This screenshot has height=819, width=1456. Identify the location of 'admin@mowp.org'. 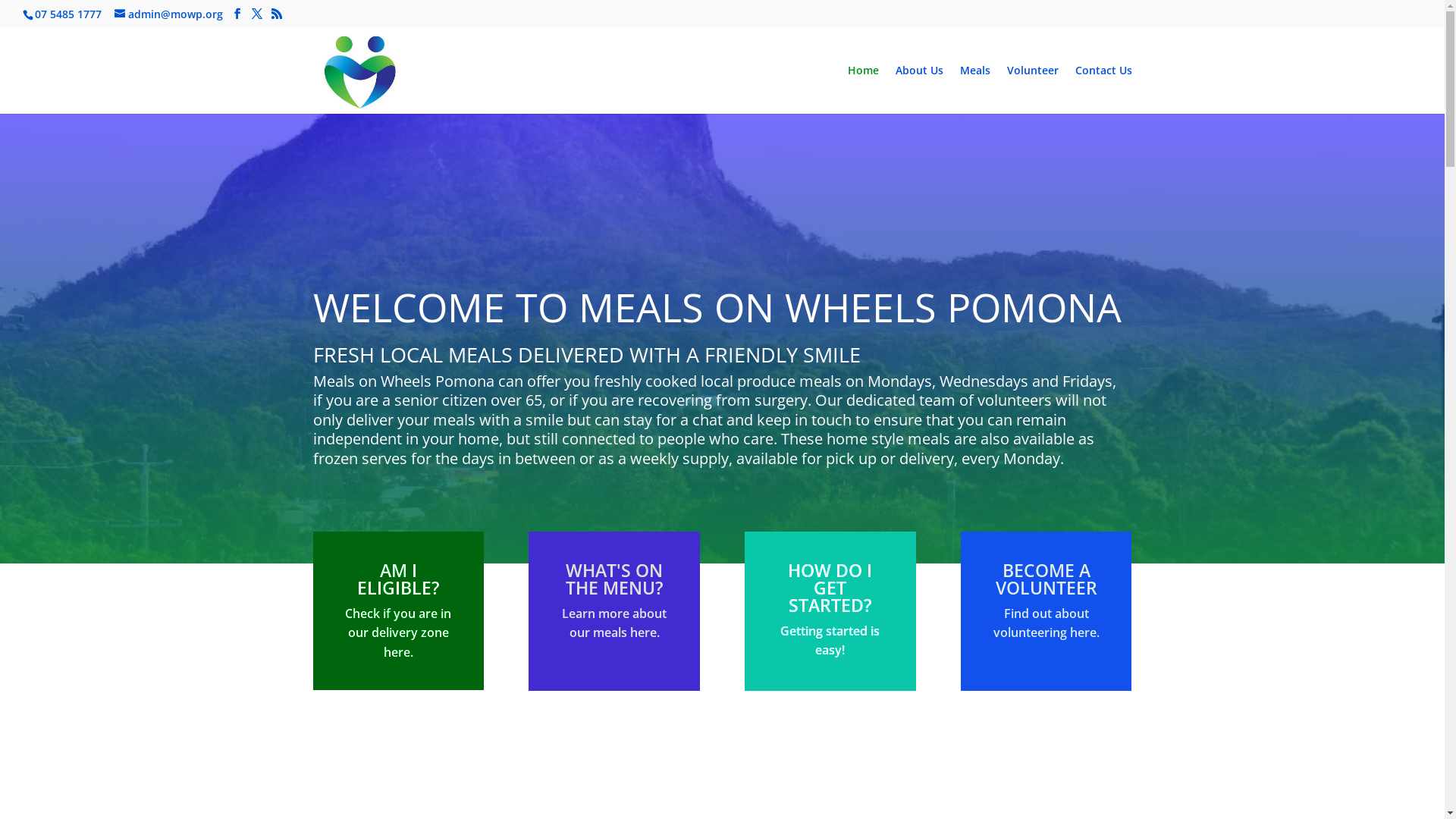
(168, 13).